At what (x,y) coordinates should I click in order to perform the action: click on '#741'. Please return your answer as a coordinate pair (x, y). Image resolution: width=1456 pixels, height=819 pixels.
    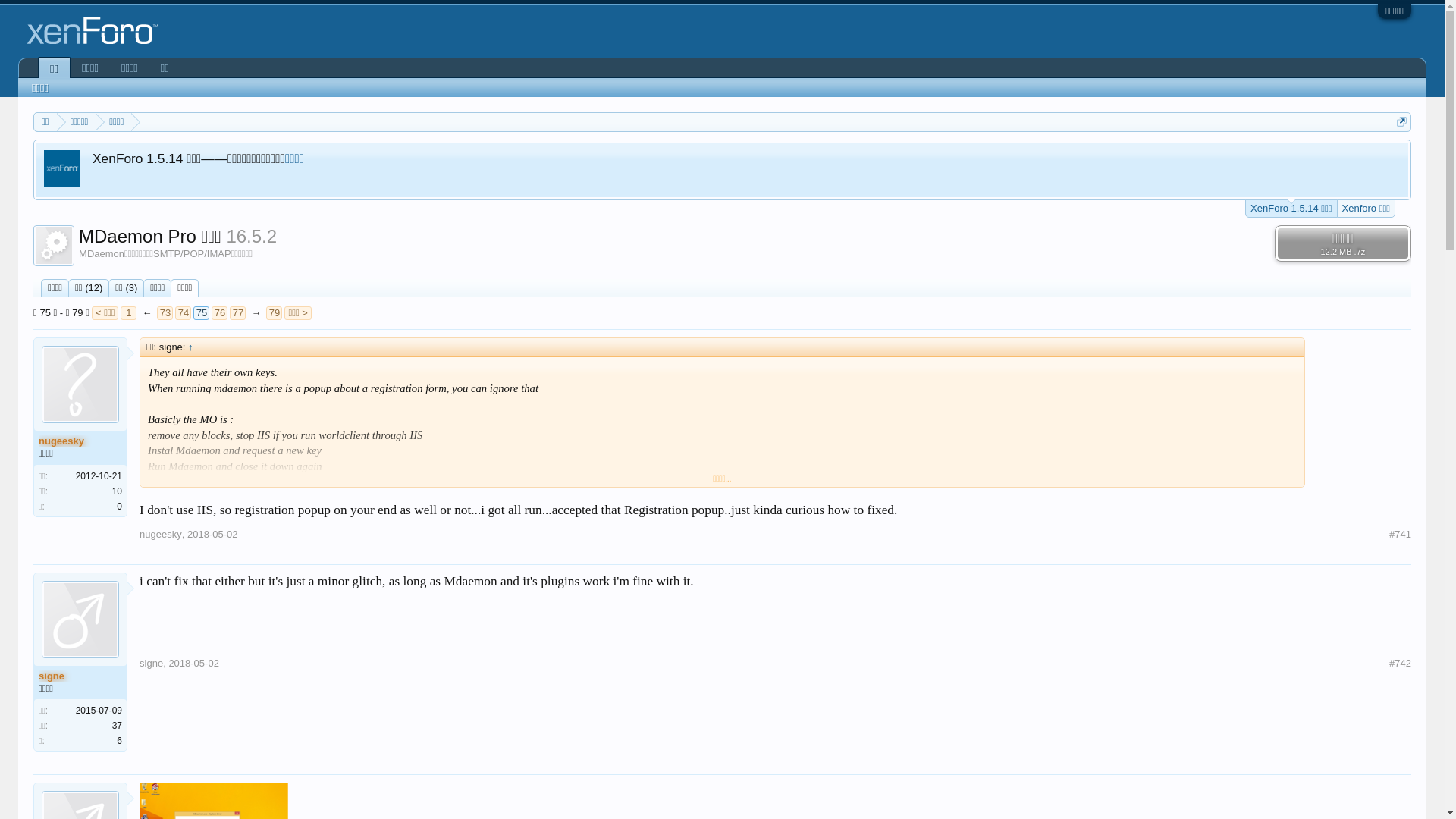
    Looking at the image, I should click on (1399, 534).